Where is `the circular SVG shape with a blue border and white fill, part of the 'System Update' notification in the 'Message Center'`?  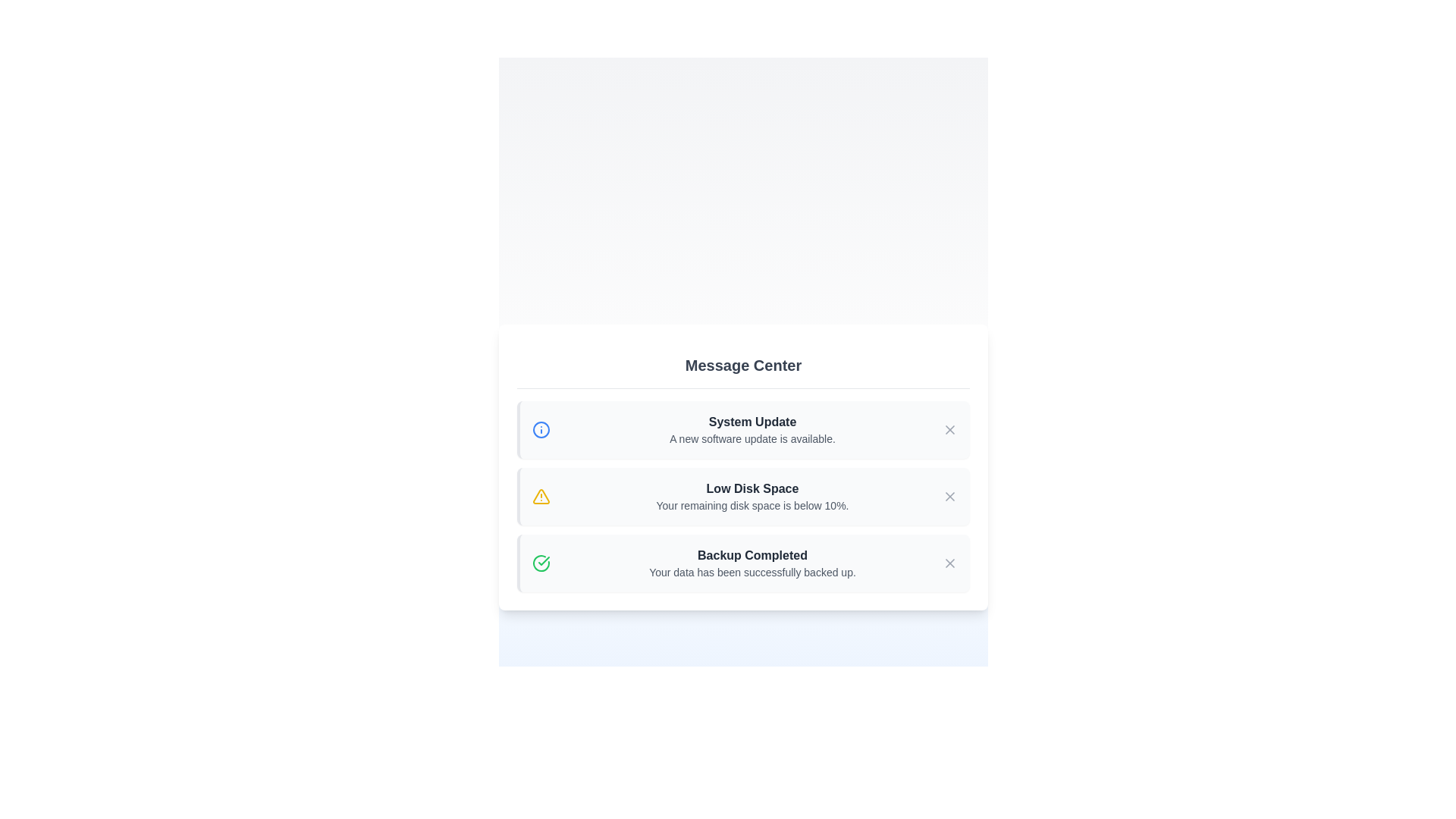
the circular SVG shape with a blue border and white fill, part of the 'System Update' notification in the 'Message Center' is located at coordinates (541, 429).